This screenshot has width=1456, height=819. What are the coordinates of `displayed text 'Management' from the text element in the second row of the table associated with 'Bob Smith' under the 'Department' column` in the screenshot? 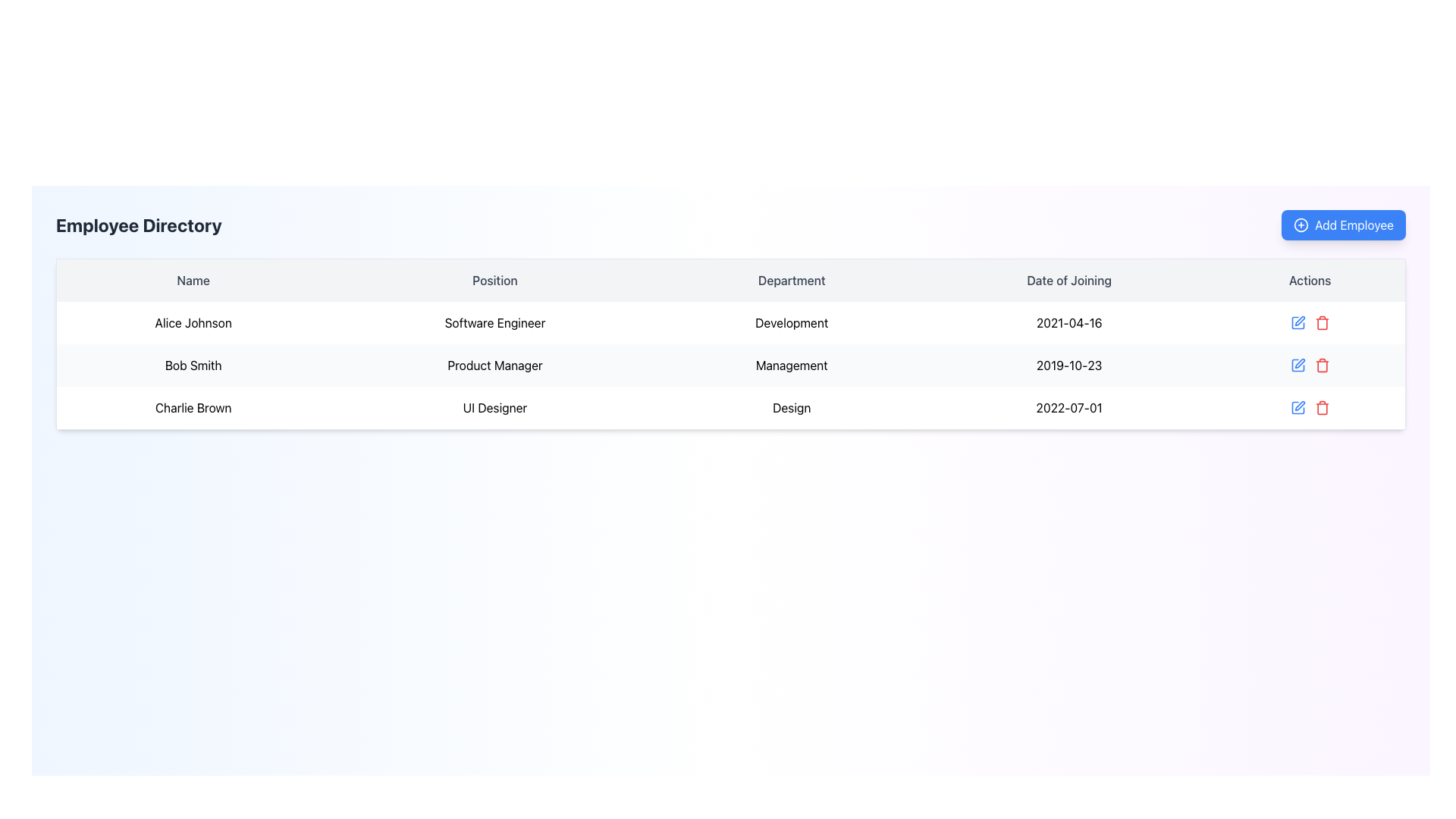 It's located at (791, 366).